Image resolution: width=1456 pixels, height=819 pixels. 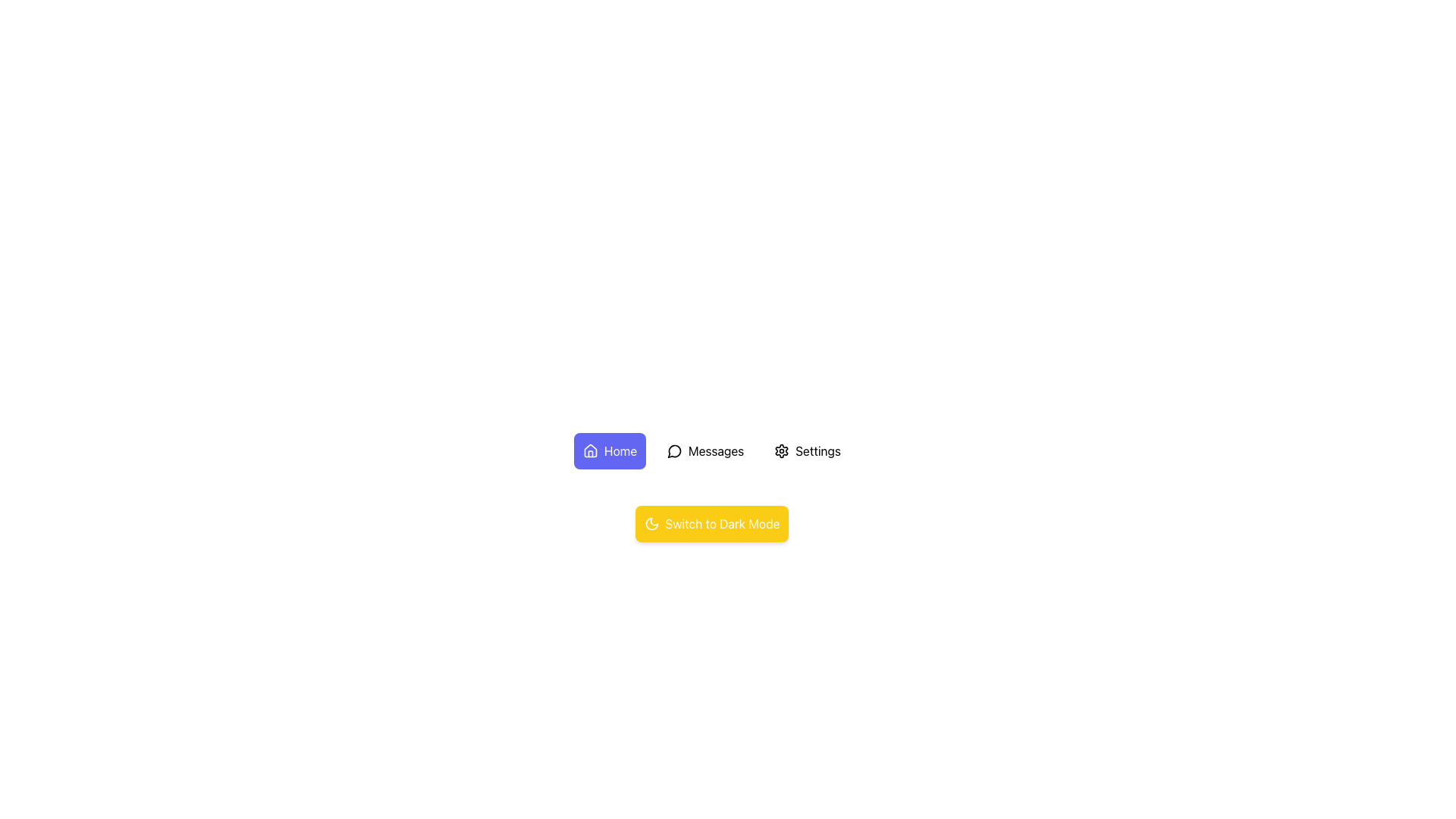 I want to click on the 'Settings' button located in the navigation bar, which is the third item from the left, so click(x=807, y=450).